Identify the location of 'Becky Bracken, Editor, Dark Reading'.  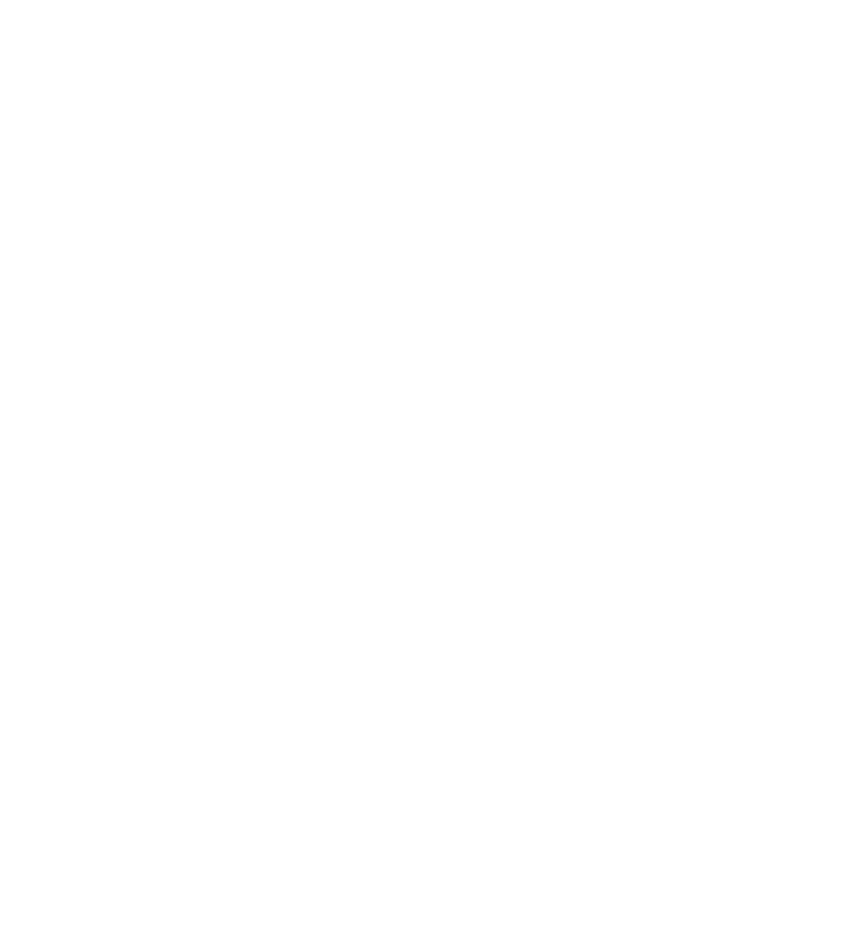
(298, 486).